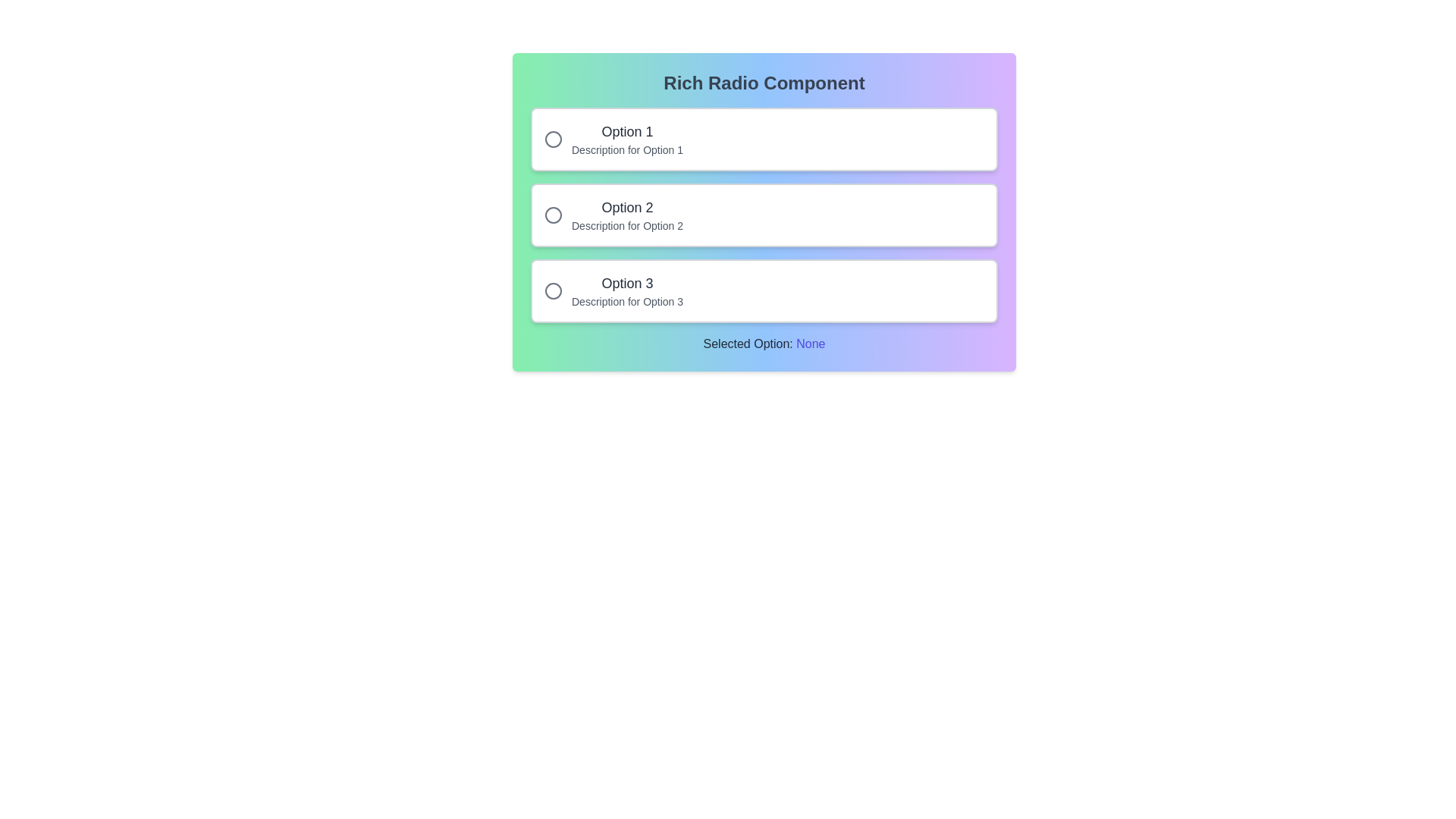 The width and height of the screenshot is (1456, 819). I want to click on the supplementary description text located directly below 'Option 1', so click(627, 149).